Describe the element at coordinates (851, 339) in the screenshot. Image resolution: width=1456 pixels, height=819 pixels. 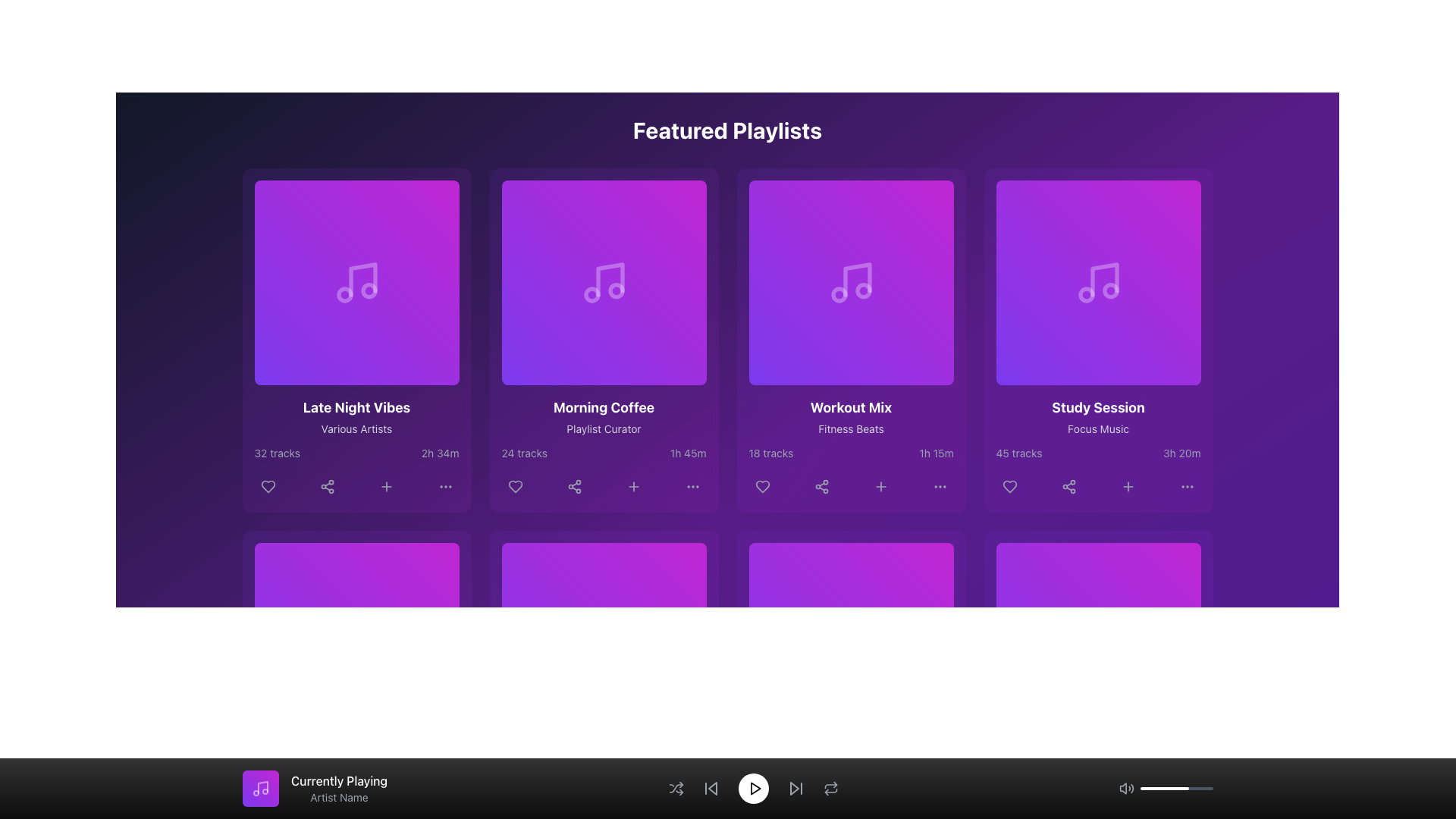
I see `the 'Workout Mix' playlist card` at that location.